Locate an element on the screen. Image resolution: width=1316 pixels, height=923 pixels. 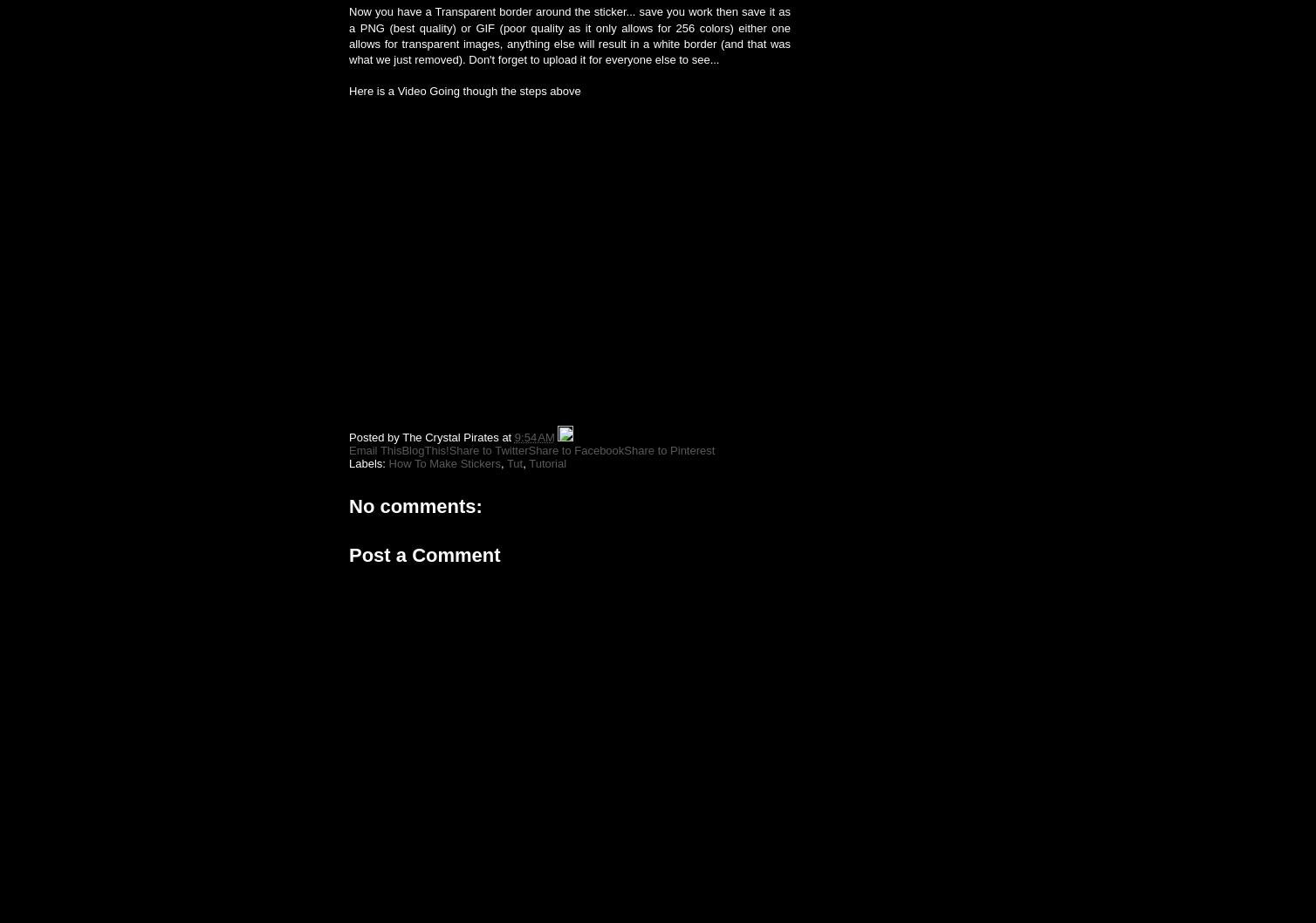
'at' is located at coordinates (506, 436).